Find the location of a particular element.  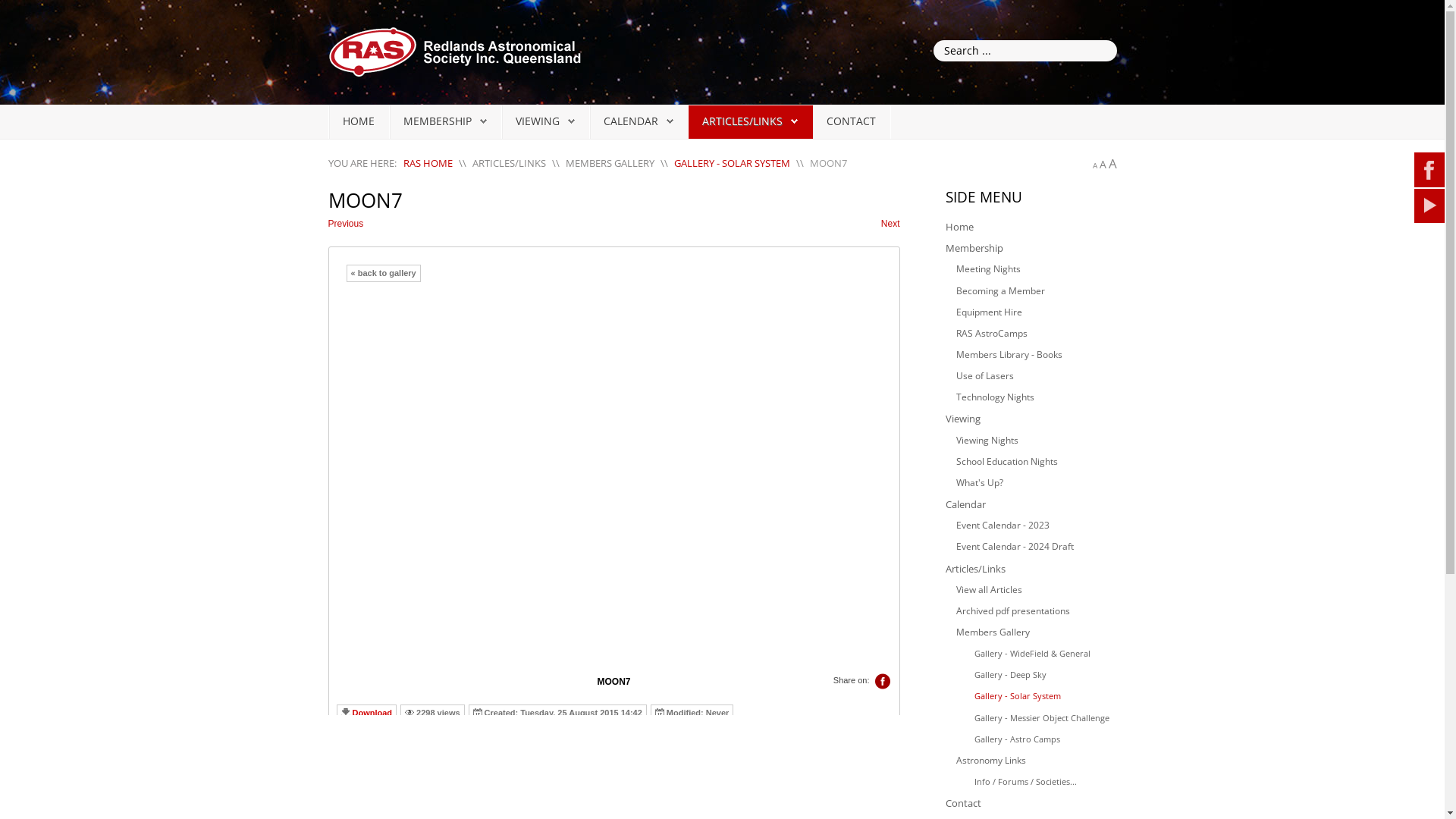

'Equipment Hire' is located at coordinates (1035, 312).